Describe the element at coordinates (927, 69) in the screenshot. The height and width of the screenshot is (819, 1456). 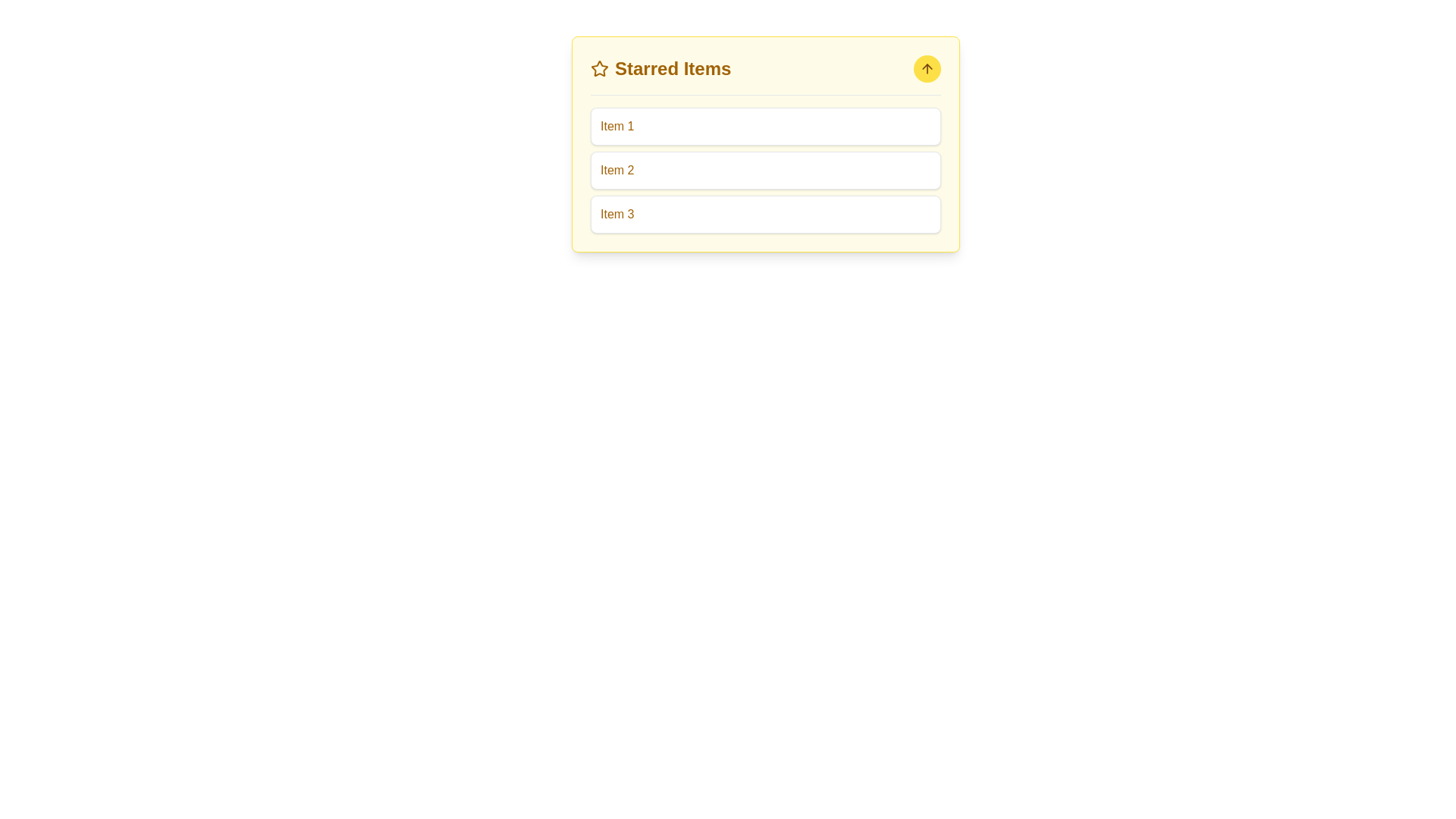
I see `the button in the top-right corner of the 'Starred Items' section` at that location.